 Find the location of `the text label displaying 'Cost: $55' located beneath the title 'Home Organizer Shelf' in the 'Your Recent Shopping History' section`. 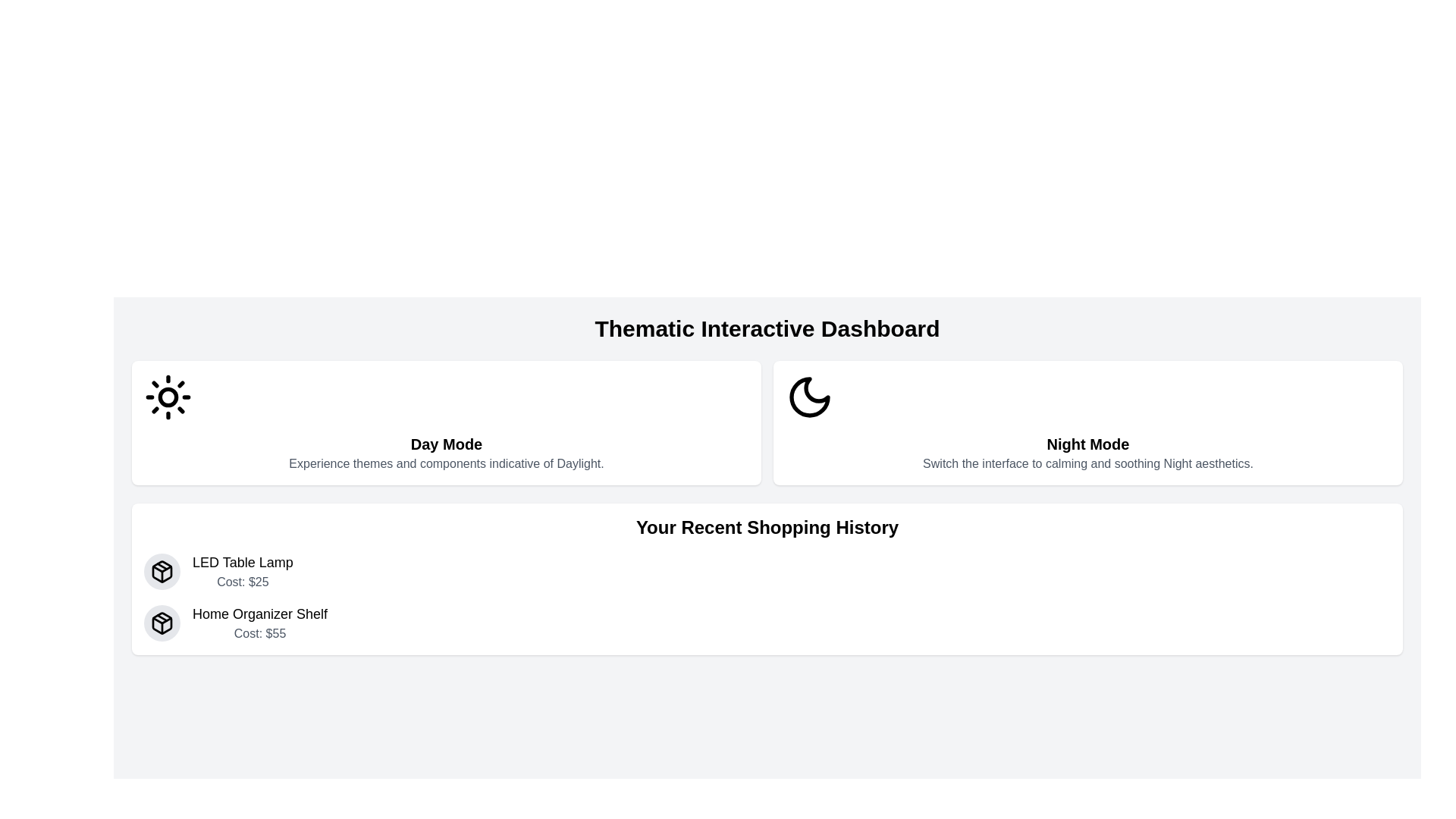

the text label displaying 'Cost: $55' located beneath the title 'Home Organizer Shelf' in the 'Your Recent Shopping History' section is located at coordinates (260, 634).